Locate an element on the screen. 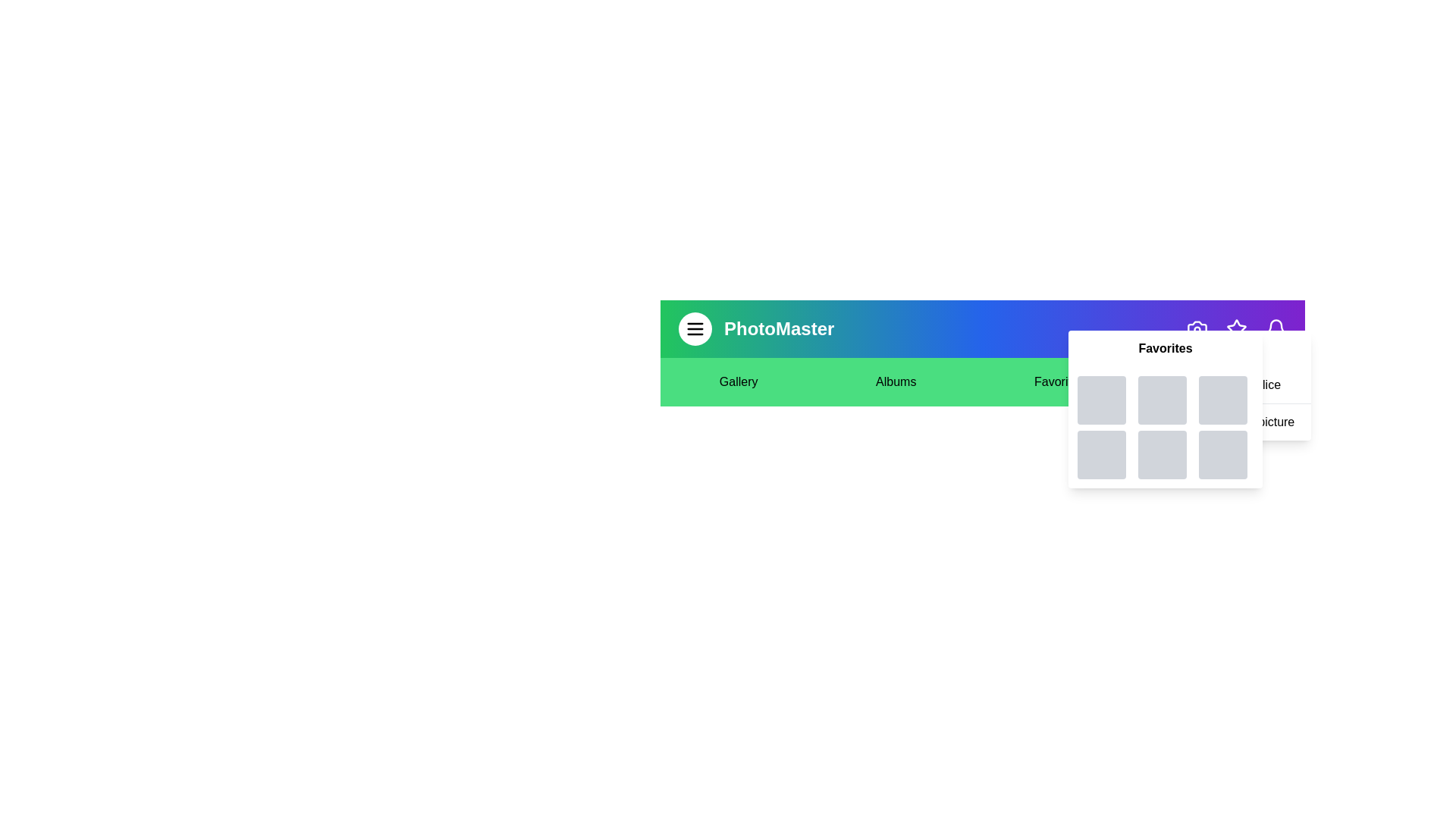 This screenshot has height=819, width=1456. the text element Gallery to select it is located at coordinates (739, 381).